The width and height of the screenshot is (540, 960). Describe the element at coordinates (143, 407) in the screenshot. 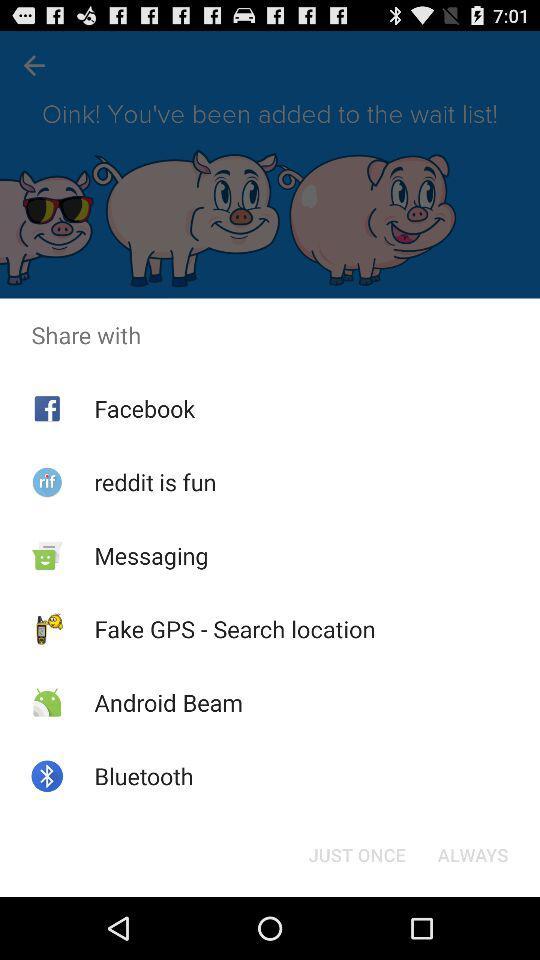

I see `app below share with app` at that location.